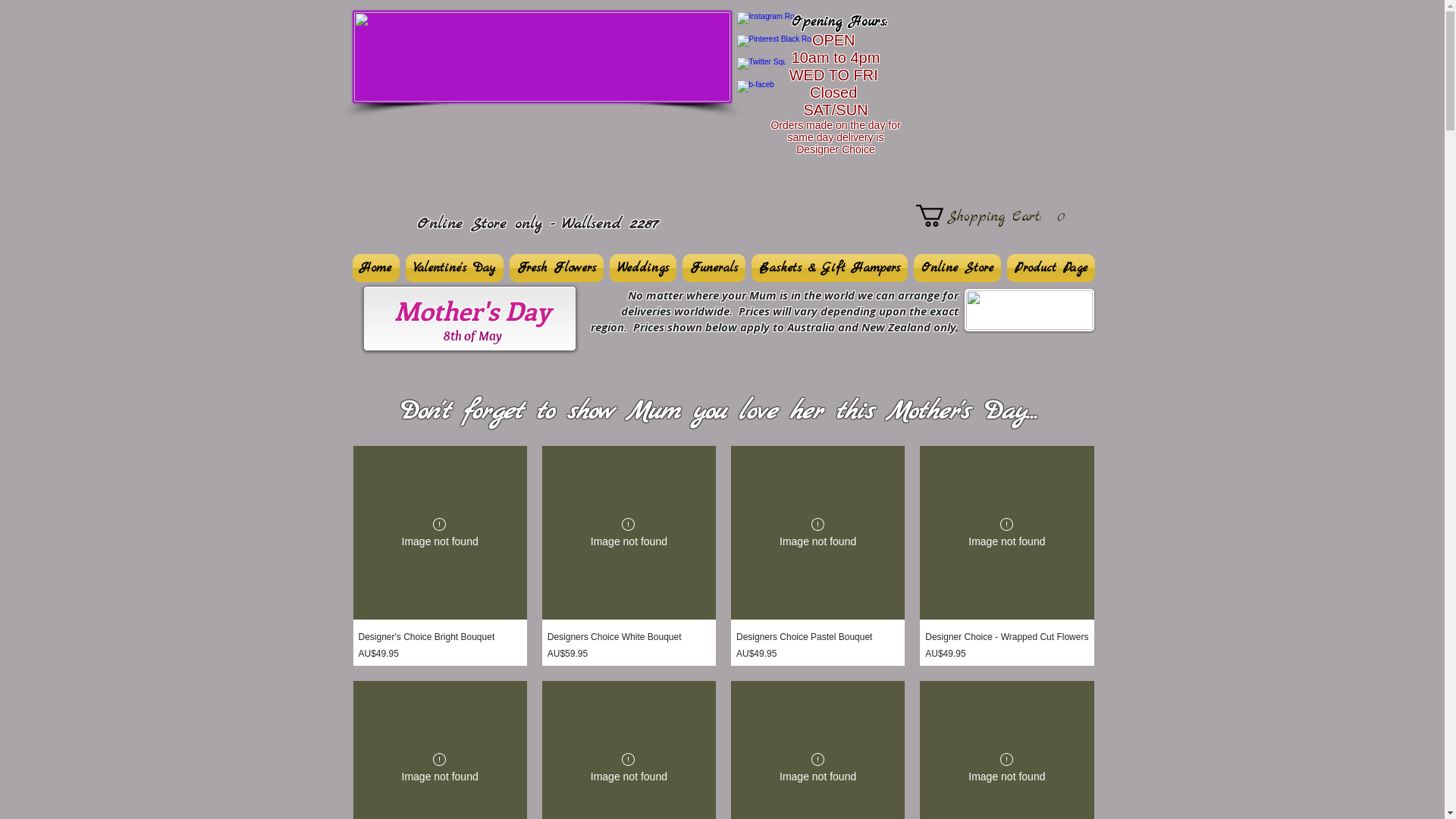 This screenshot has height=819, width=1456. What do you see at coordinates (438, 646) in the screenshot?
I see `'Designer's Choice Bright Bouquet` at bounding box center [438, 646].